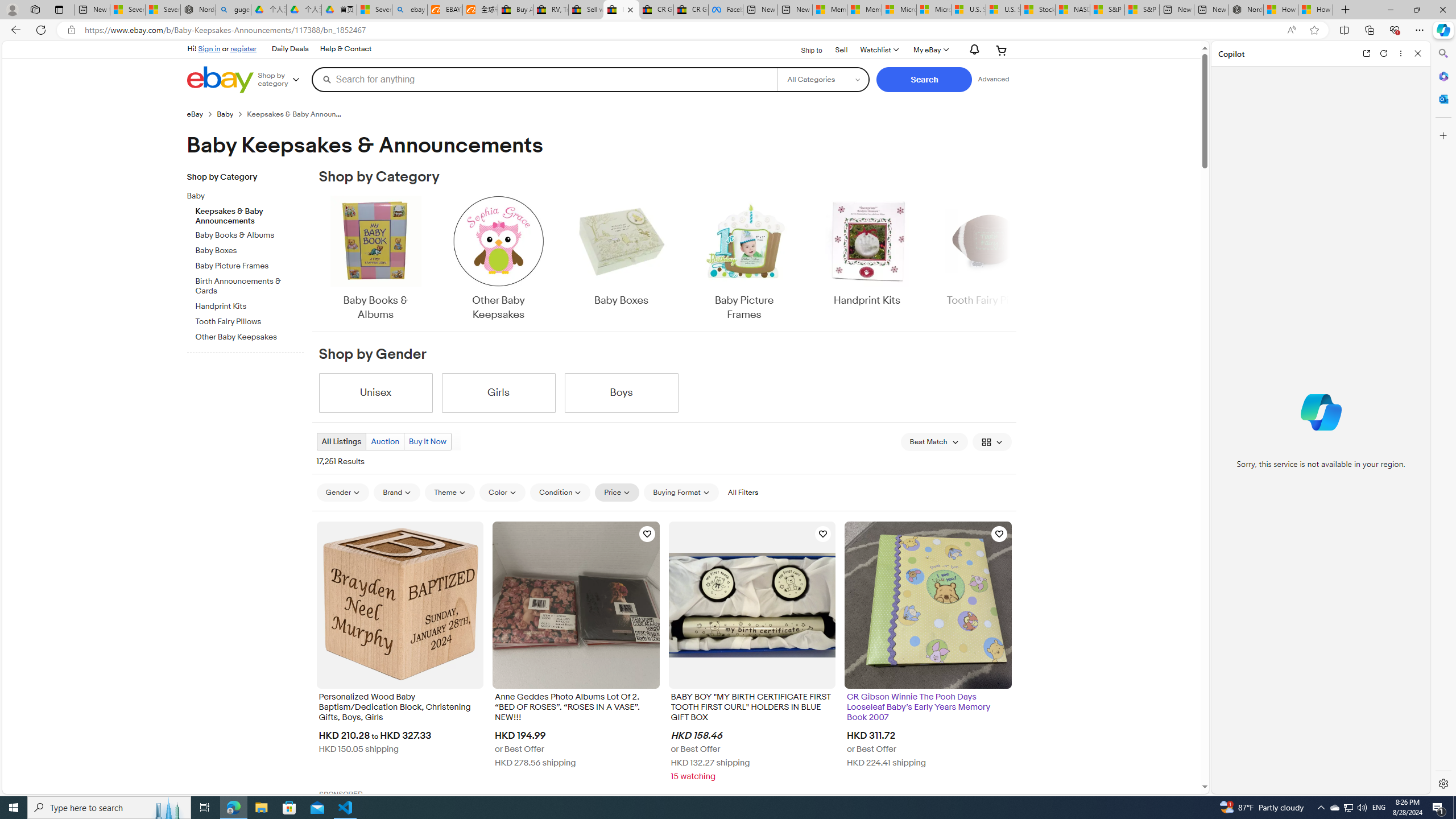 The width and height of the screenshot is (1456, 819). What do you see at coordinates (586, 9) in the screenshot?
I see `'Sell worldwide with eBay'` at bounding box center [586, 9].